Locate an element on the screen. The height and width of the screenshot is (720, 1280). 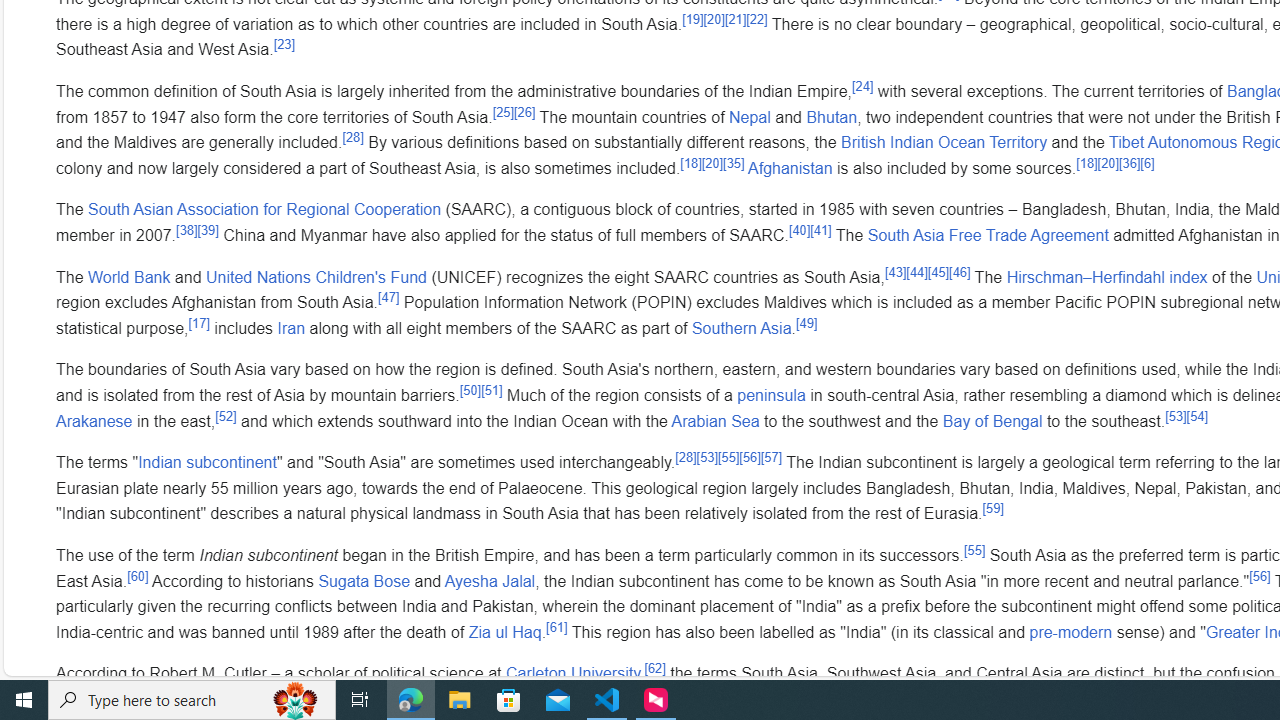
'[36]' is located at coordinates (1128, 162).